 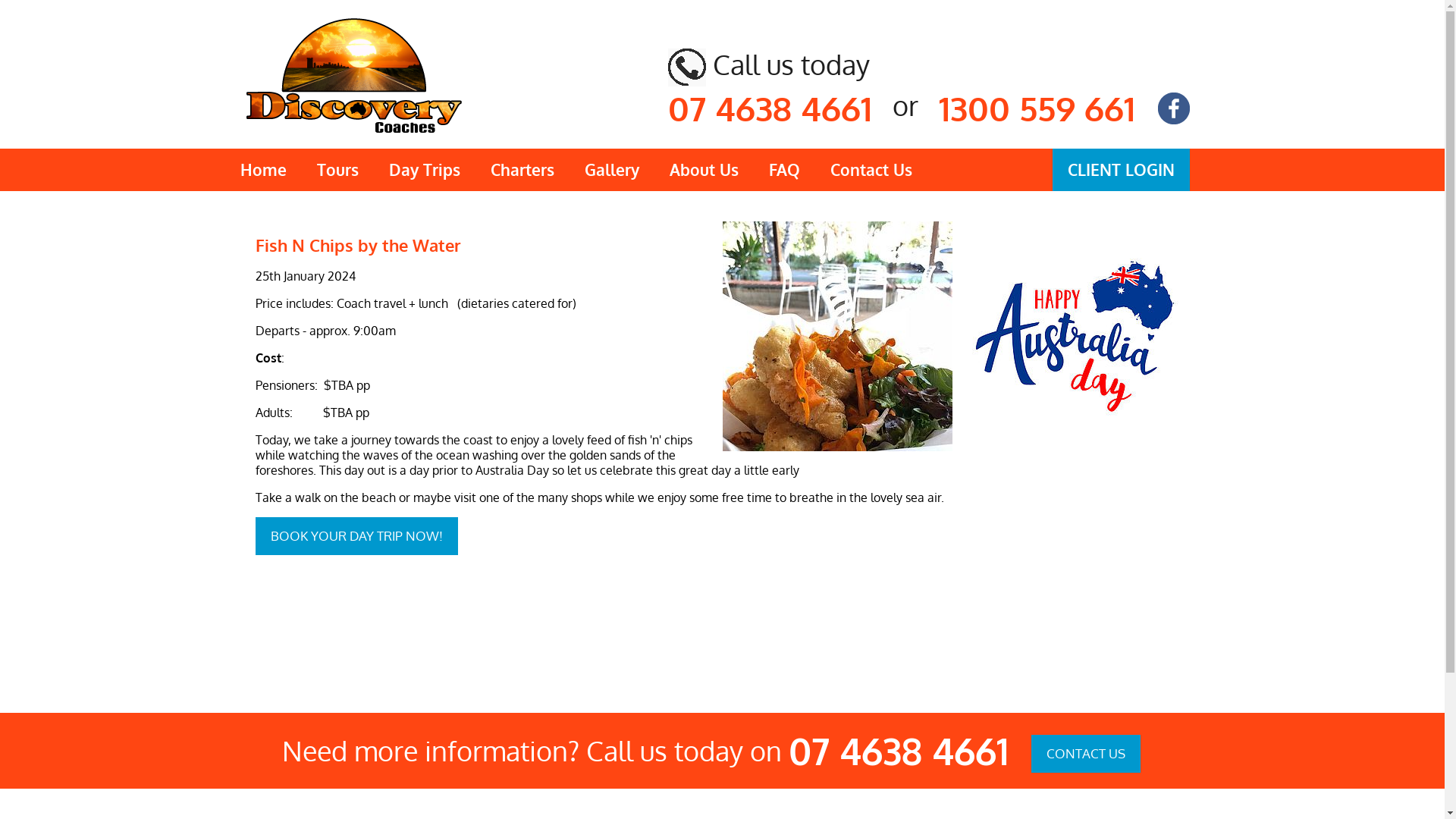 What do you see at coordinates (702, 169) in the screenshot?
I see `'About Us'` at bounding box center [702, 169].